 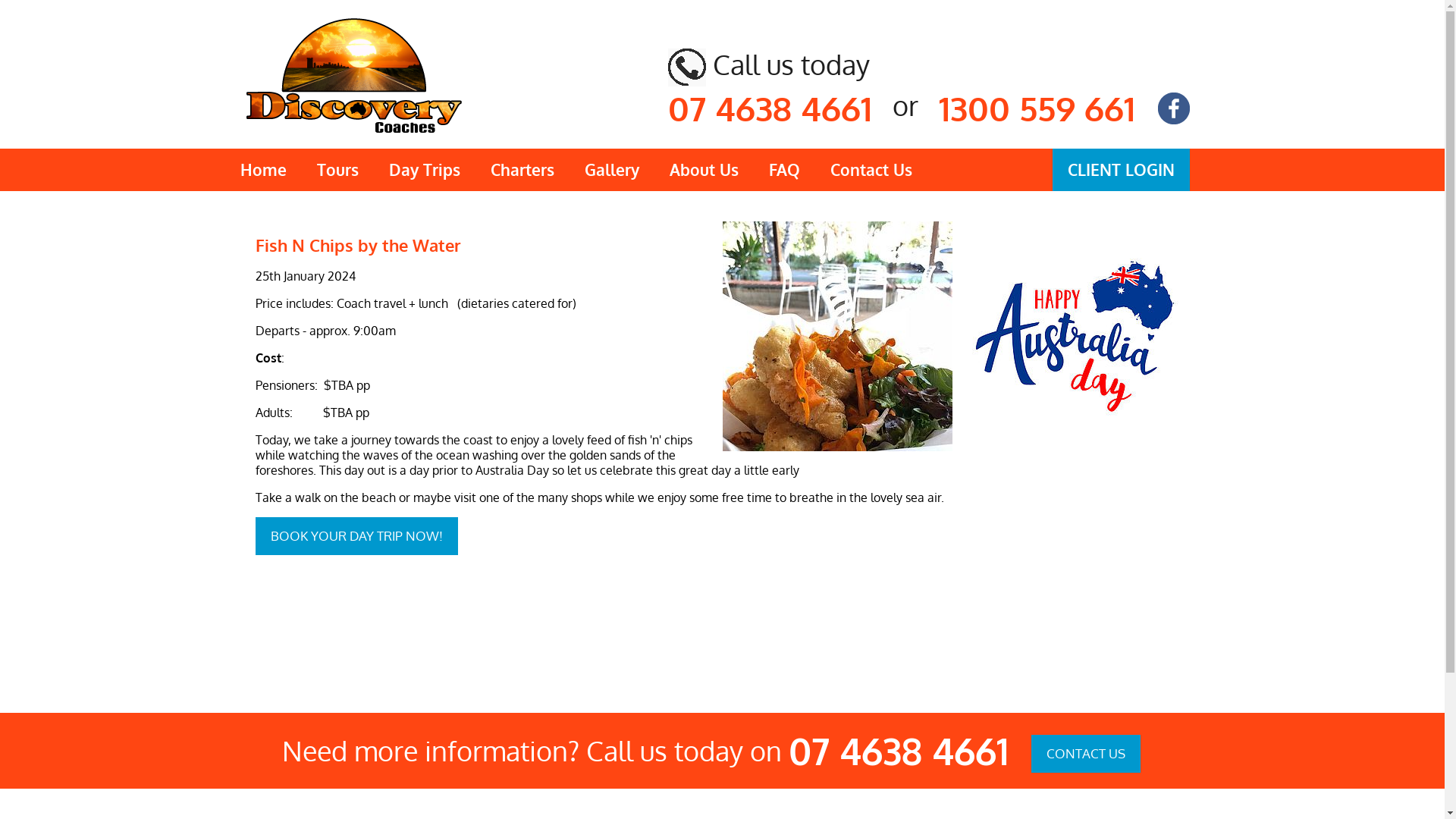 What do you see at coordinates (702, 169) in the screenshot?
I see `'About Us'` at bounding box center [702, 169].